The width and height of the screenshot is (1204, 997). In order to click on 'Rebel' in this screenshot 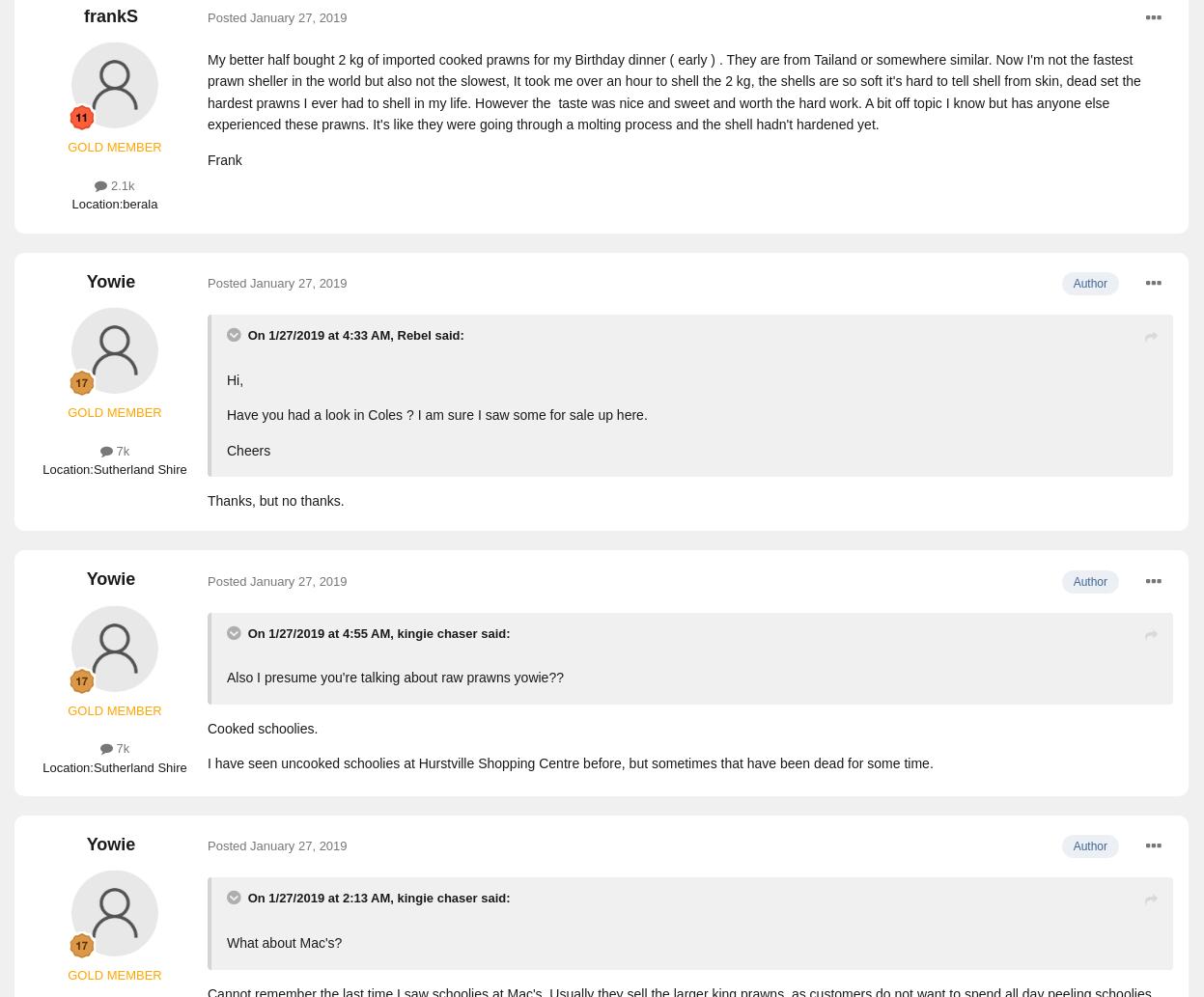, I will do `click(413, 335)`.